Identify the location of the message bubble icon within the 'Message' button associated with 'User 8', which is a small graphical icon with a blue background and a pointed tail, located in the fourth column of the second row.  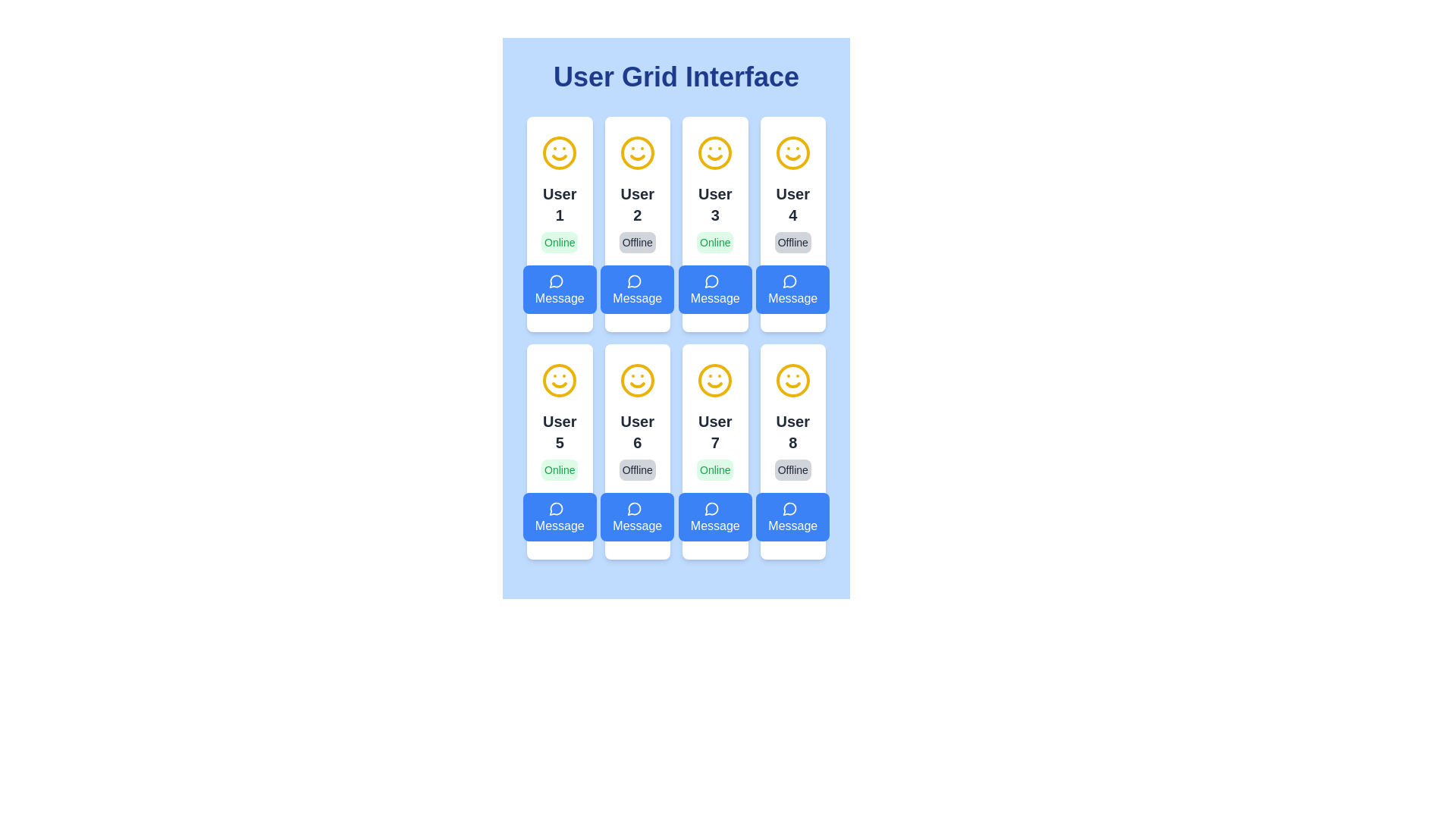
(789, 509).